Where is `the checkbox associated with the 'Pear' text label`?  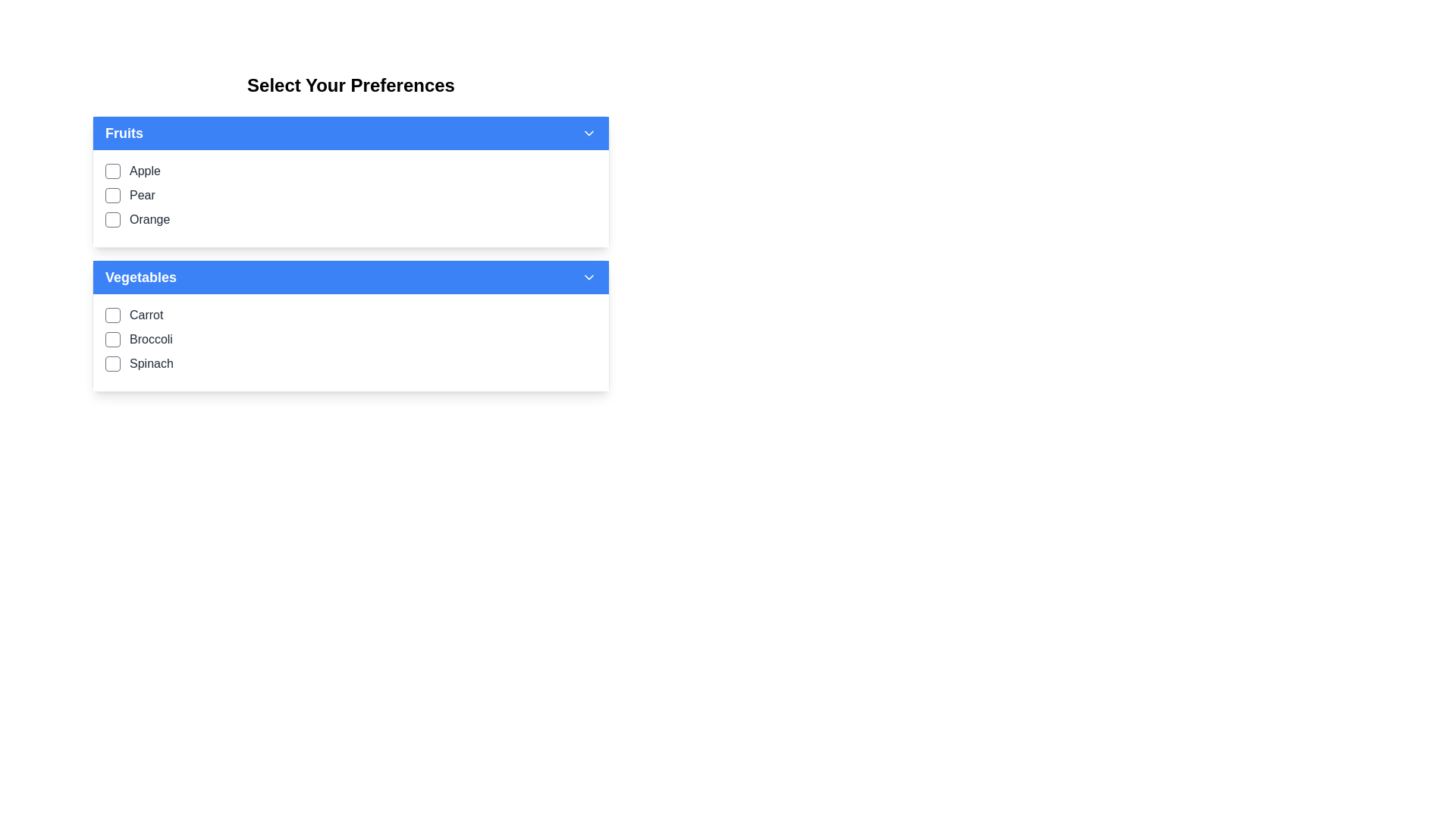
the checkbox associated with the 'Pear' text label is located at coordinates (142, 195).